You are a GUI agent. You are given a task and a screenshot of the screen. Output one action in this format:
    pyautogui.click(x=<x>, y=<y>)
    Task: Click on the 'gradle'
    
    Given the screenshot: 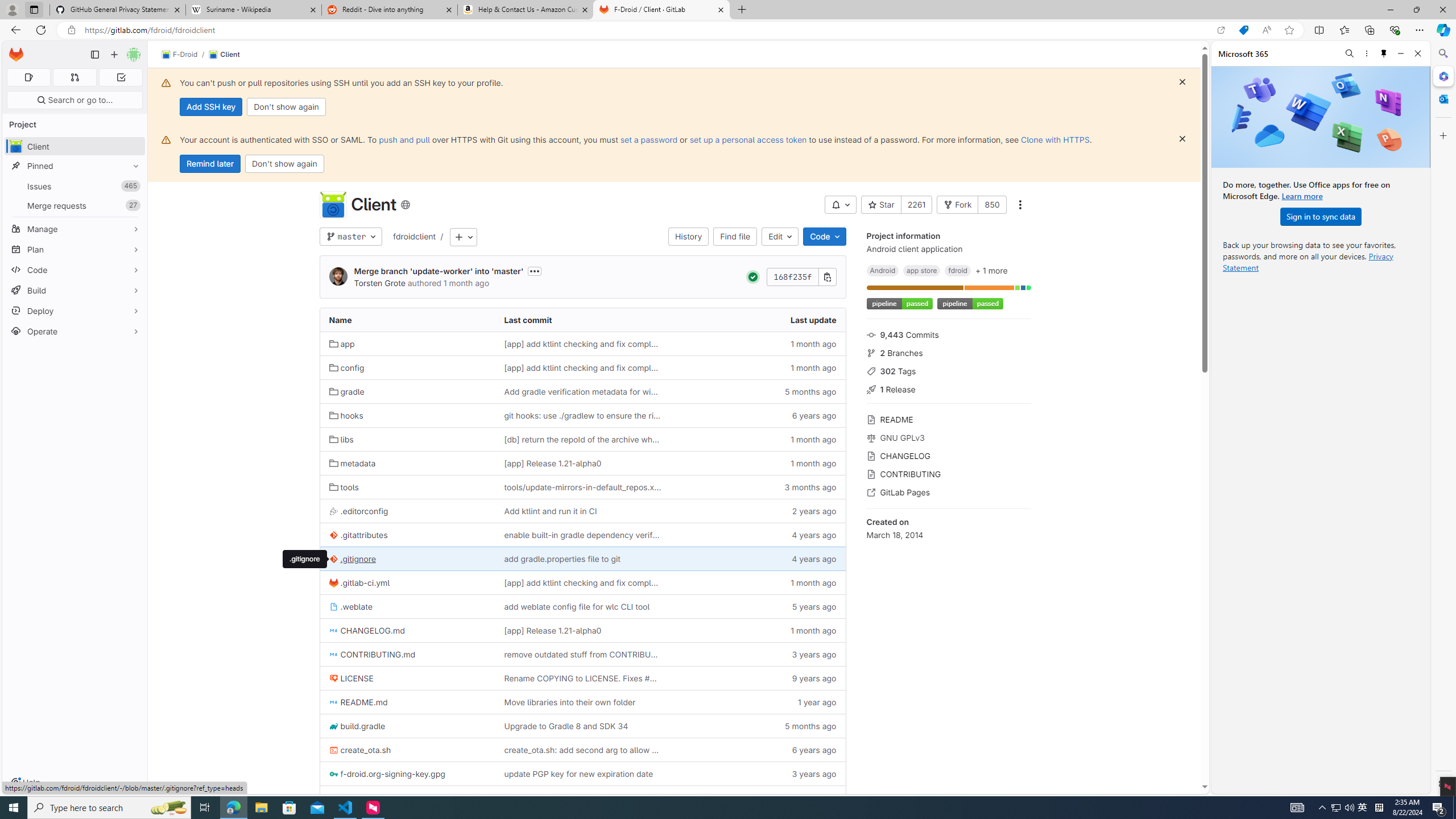 What is the action you would take?
    pyautogui.click(x=407, y=391)
    